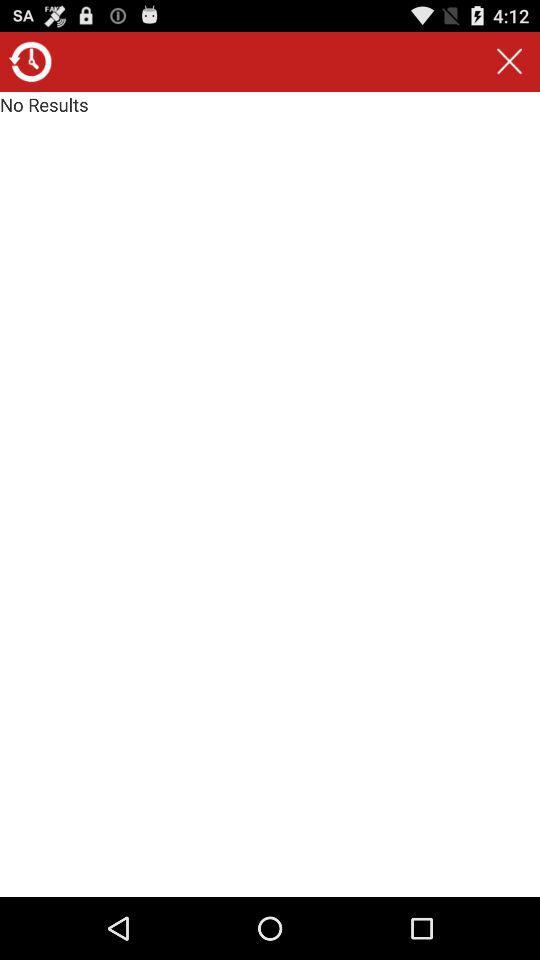 The width and height of the screenshot is (540, 960). Describe the element at coordinates (270, 493) in the screenshot. I see `the icon at the center` at that location.